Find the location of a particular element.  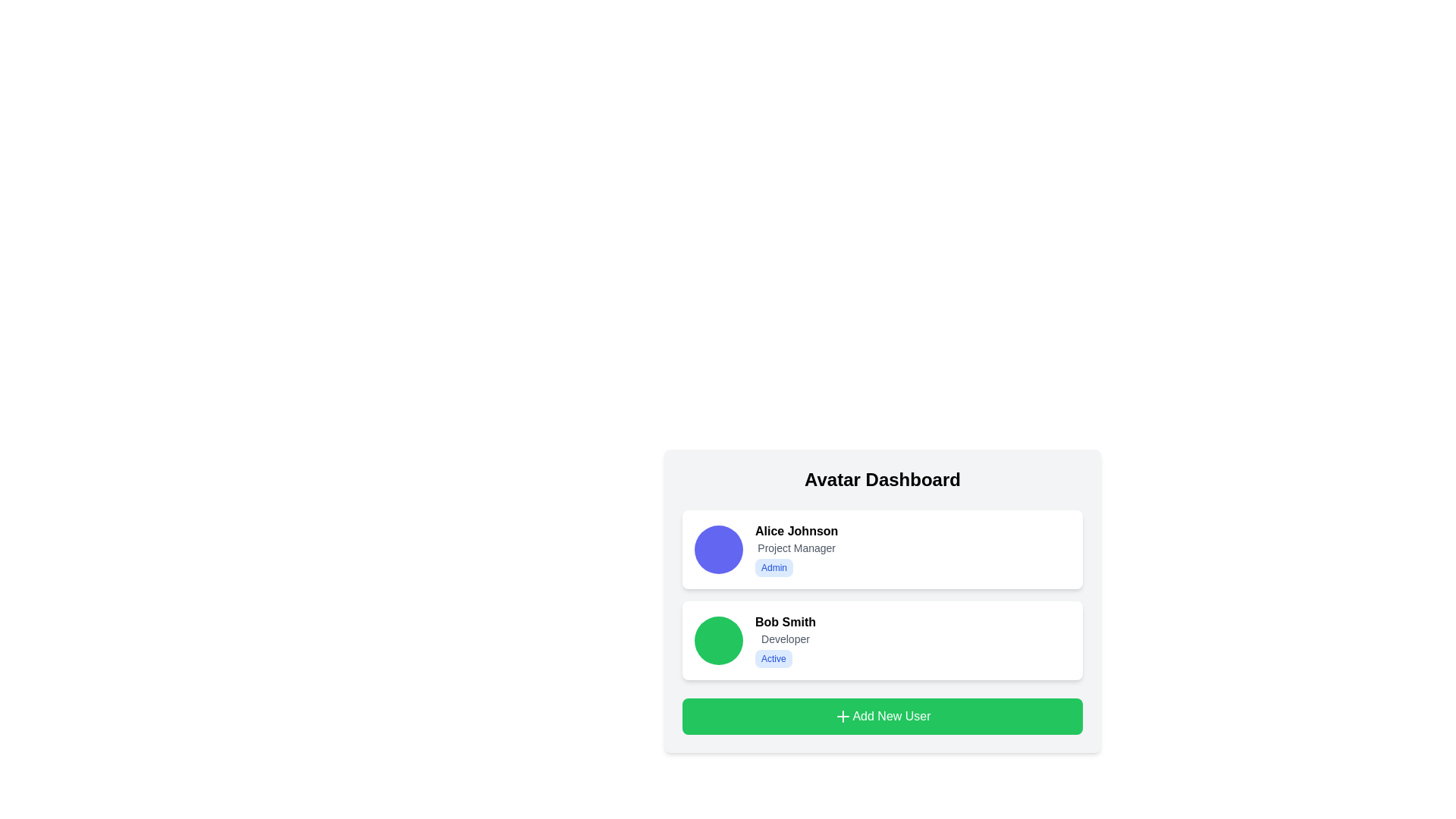

the first Profile card in the 'Avatar Dashboard' section is located at coordinates (882, 550).